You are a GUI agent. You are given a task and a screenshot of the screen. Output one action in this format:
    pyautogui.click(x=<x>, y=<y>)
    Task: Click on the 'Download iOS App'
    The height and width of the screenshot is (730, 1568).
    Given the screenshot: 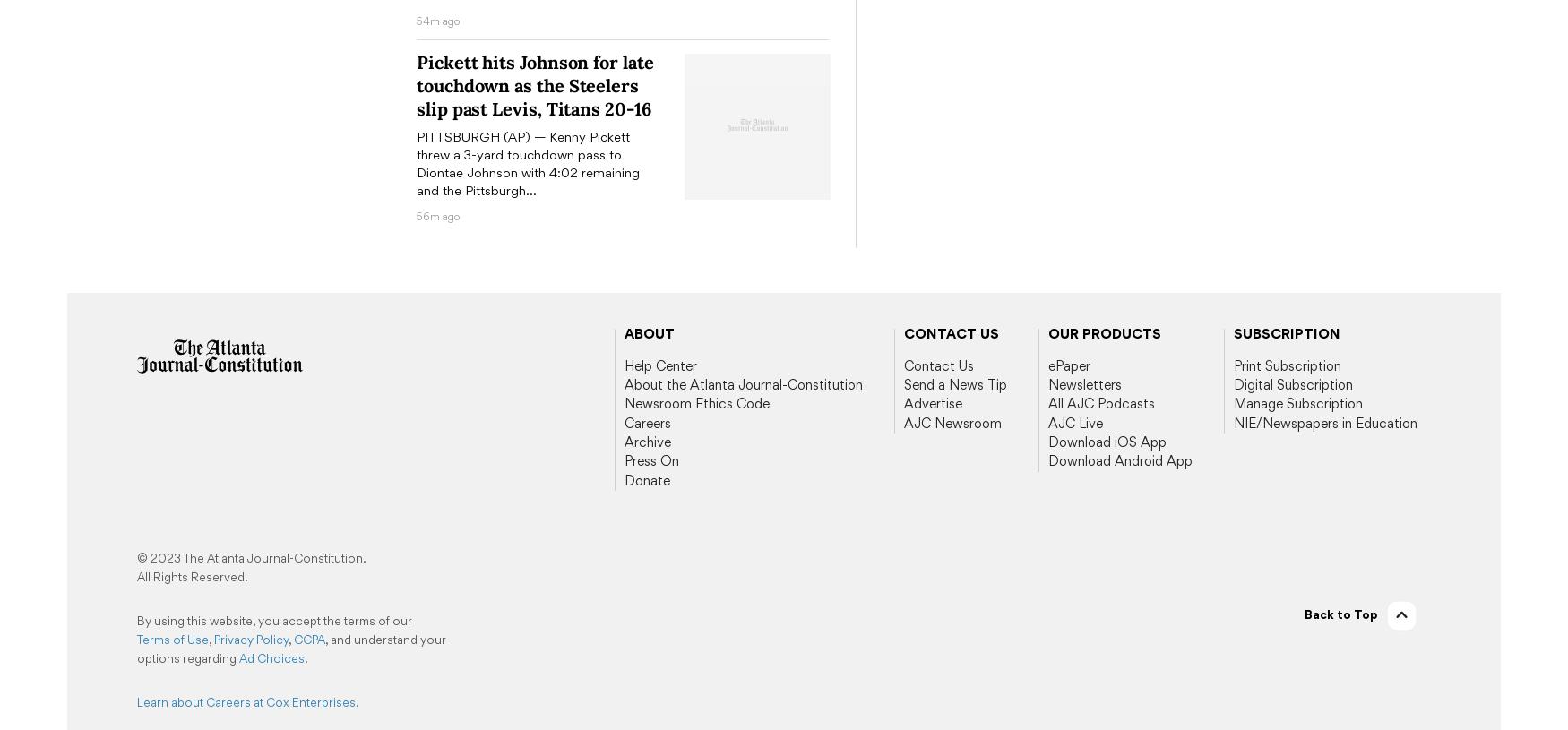 What is the action you would take?
    pyautogui.click(x=1107, y=441)
    